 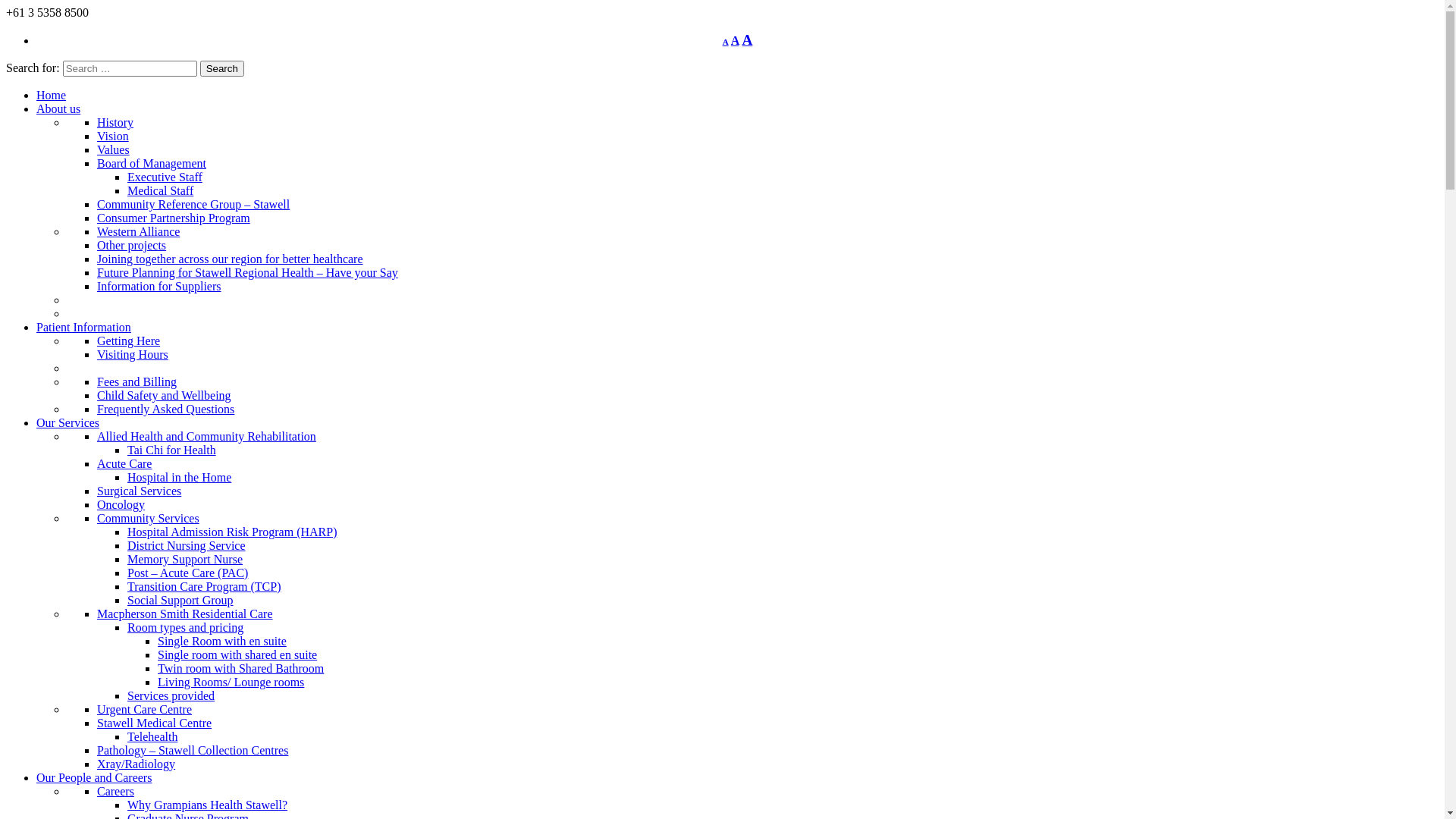 I want to click on 'Tai Chi for Health', so click(x=171, y=449).